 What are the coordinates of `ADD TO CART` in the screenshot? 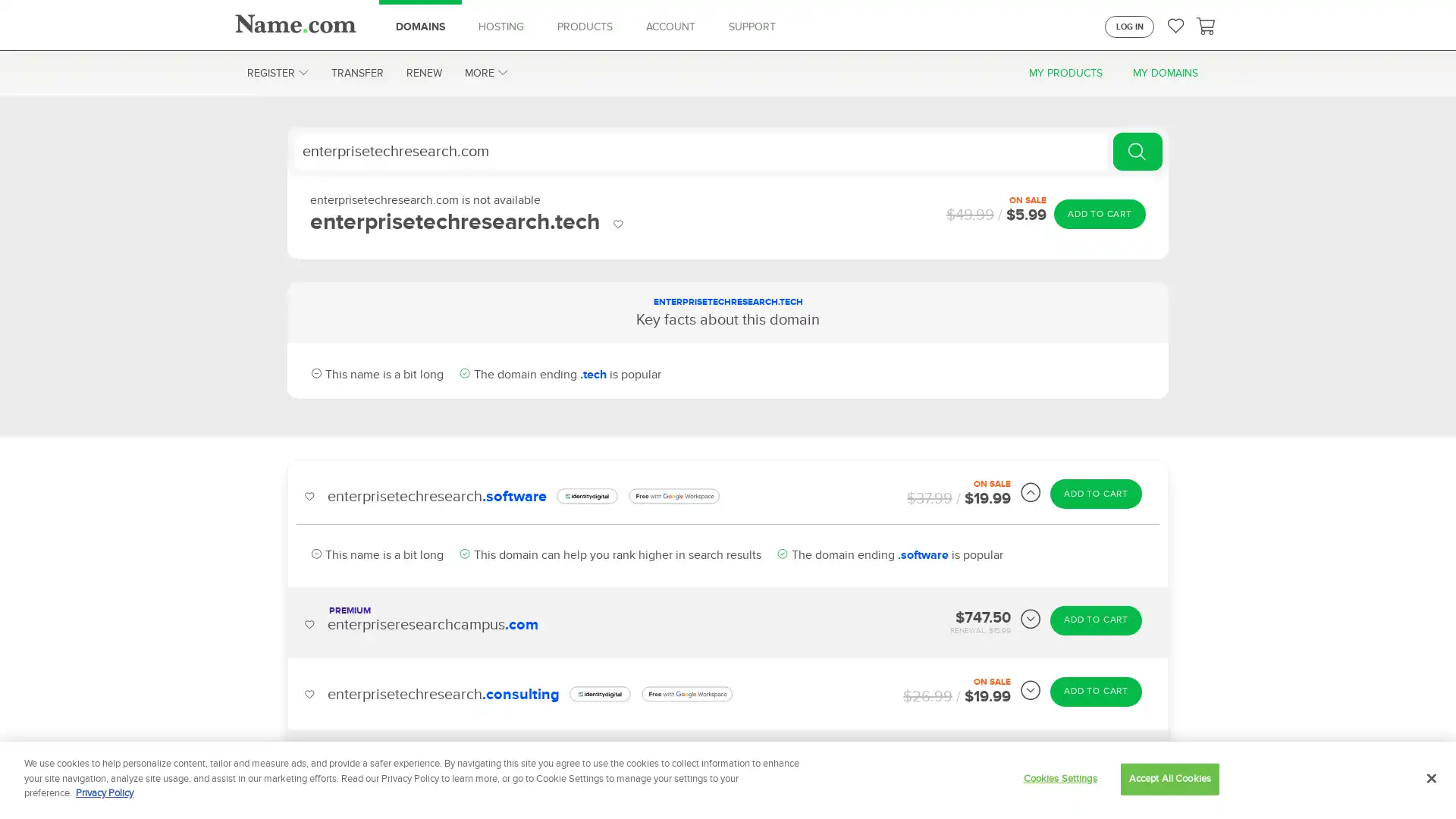 It's located at (1096, 635).